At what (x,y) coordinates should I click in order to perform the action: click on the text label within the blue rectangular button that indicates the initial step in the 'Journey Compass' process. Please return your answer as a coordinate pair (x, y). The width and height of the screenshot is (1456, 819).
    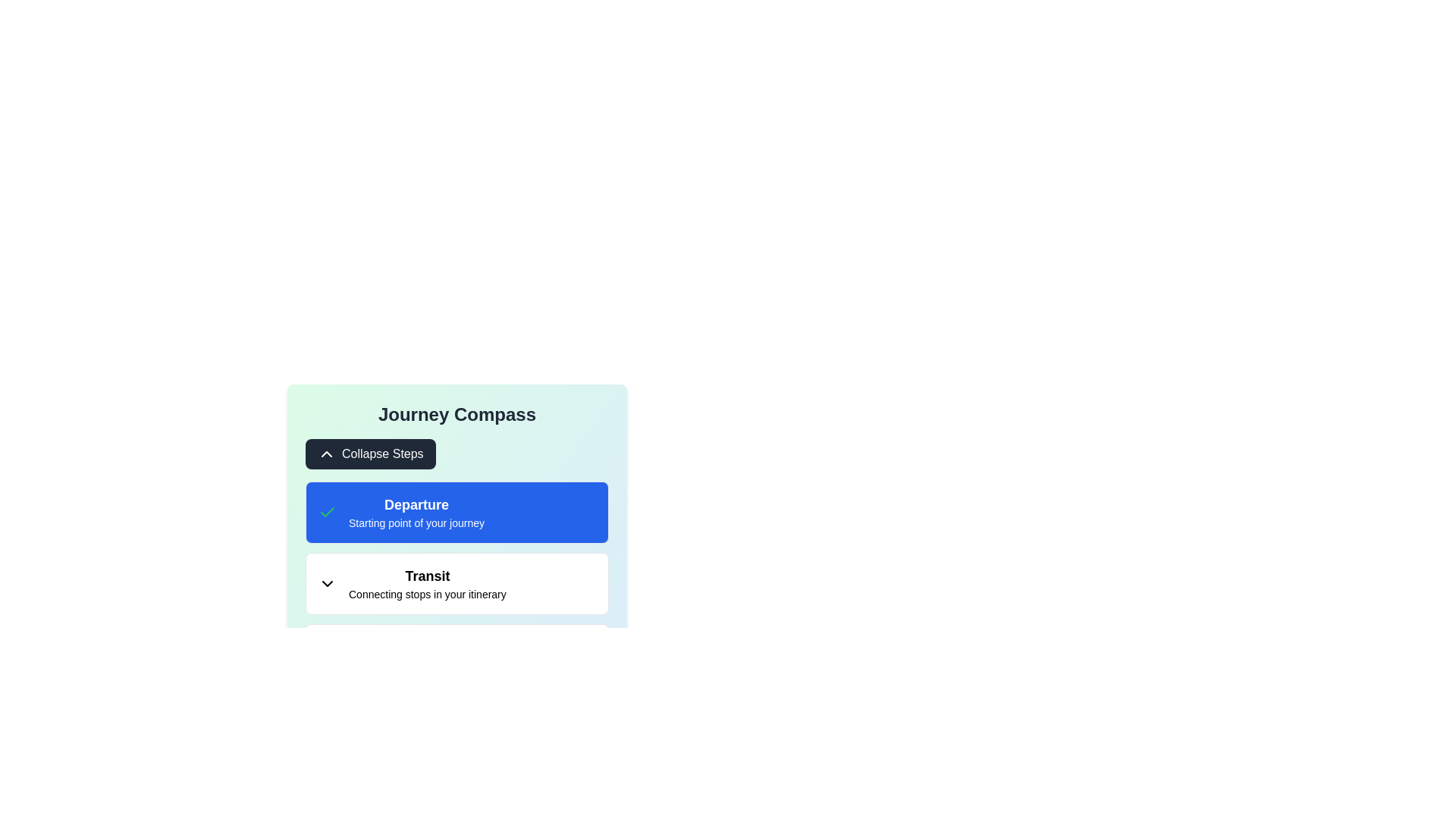
    Looking at the image, I should click on (416, 512).